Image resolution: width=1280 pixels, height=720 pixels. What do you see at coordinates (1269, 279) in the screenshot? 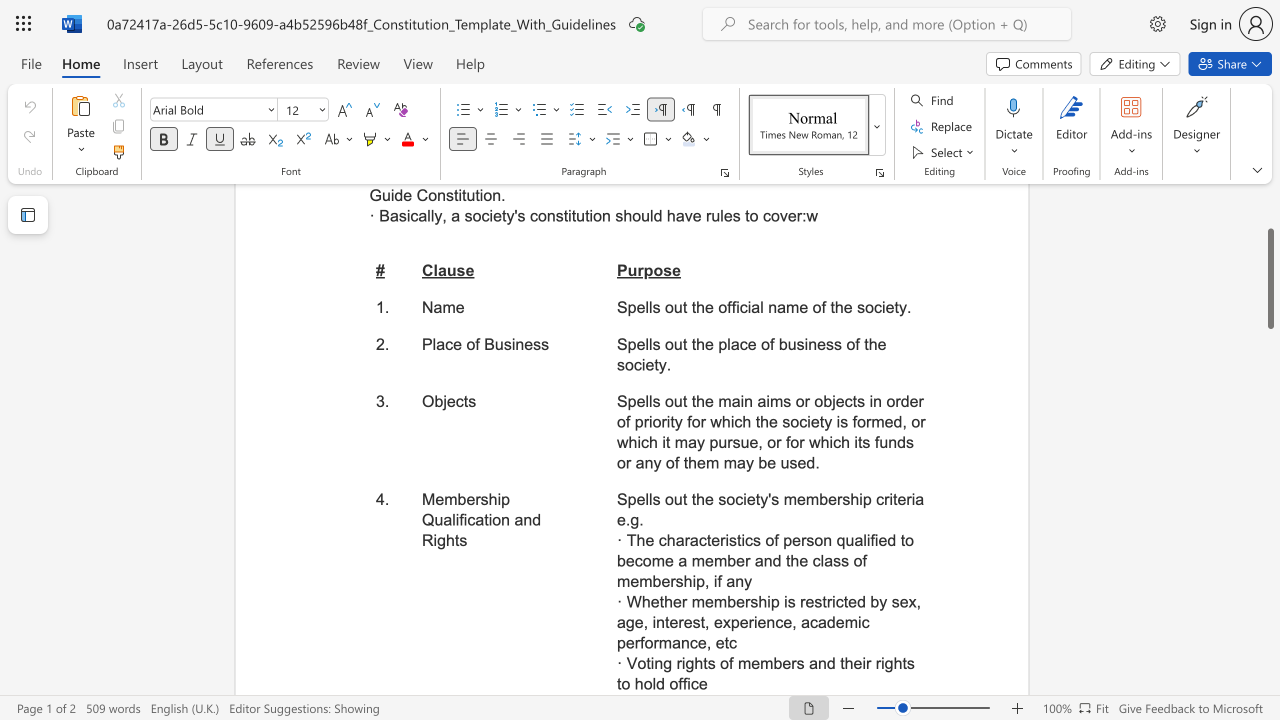
I see `the scrollbar and move up 60 pixels` at bounding box center [1269, 279].